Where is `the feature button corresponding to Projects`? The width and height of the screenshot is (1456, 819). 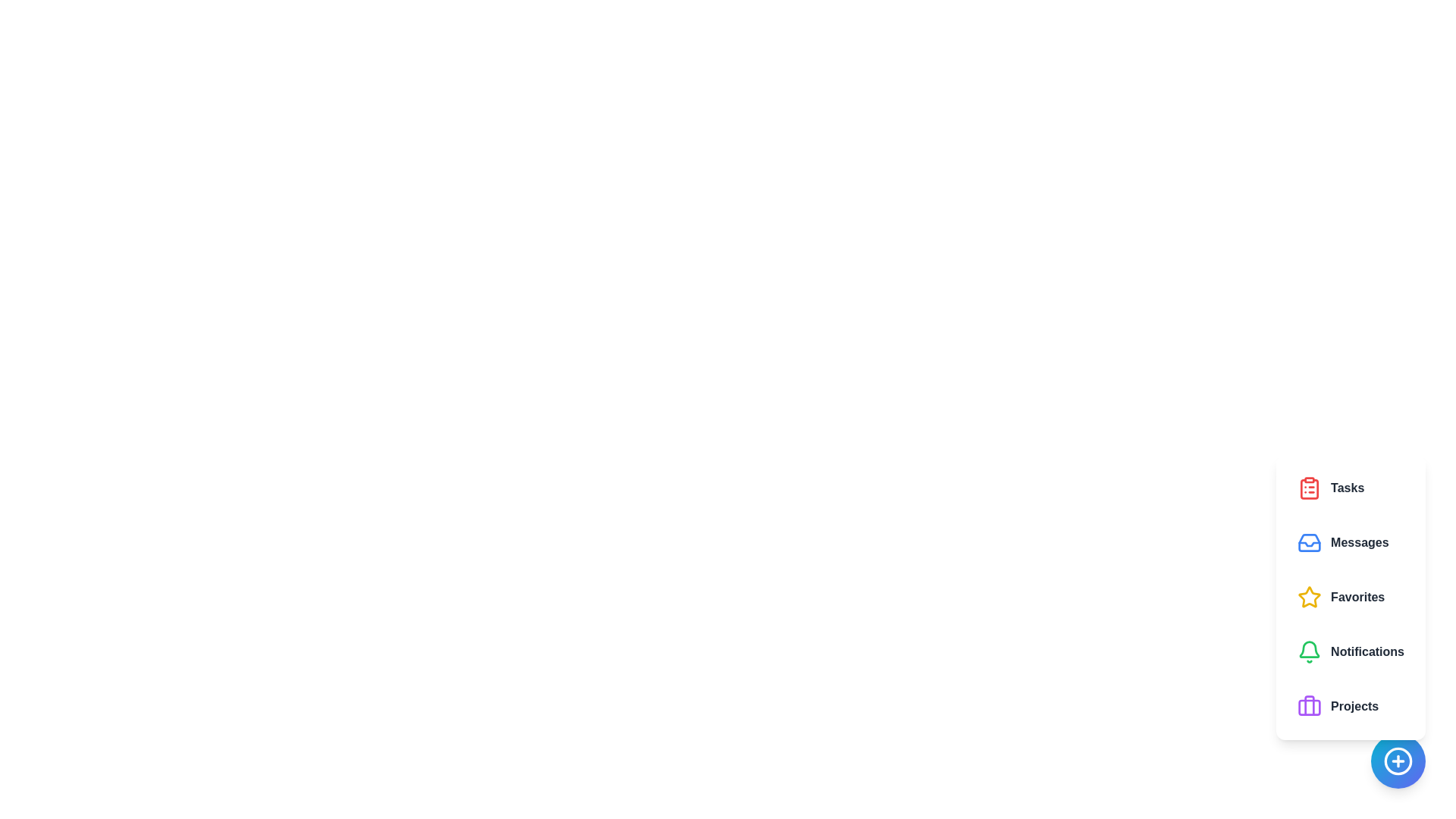 the feature button corresponding to Projects is located at coordinates (1350, 707).